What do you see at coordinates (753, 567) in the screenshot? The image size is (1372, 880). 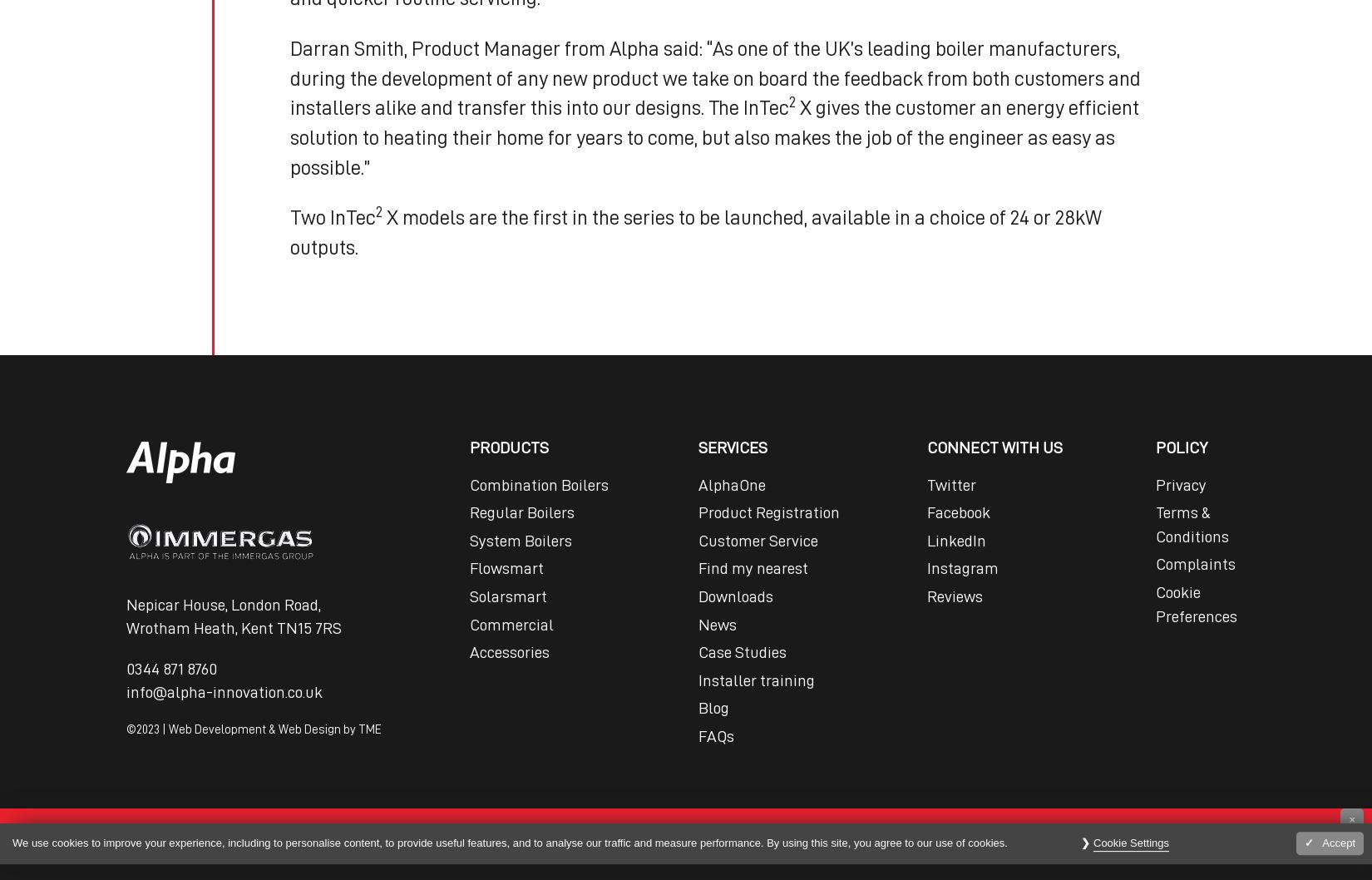 I see `'Find my nearest'` at bounding box center [753, 567].